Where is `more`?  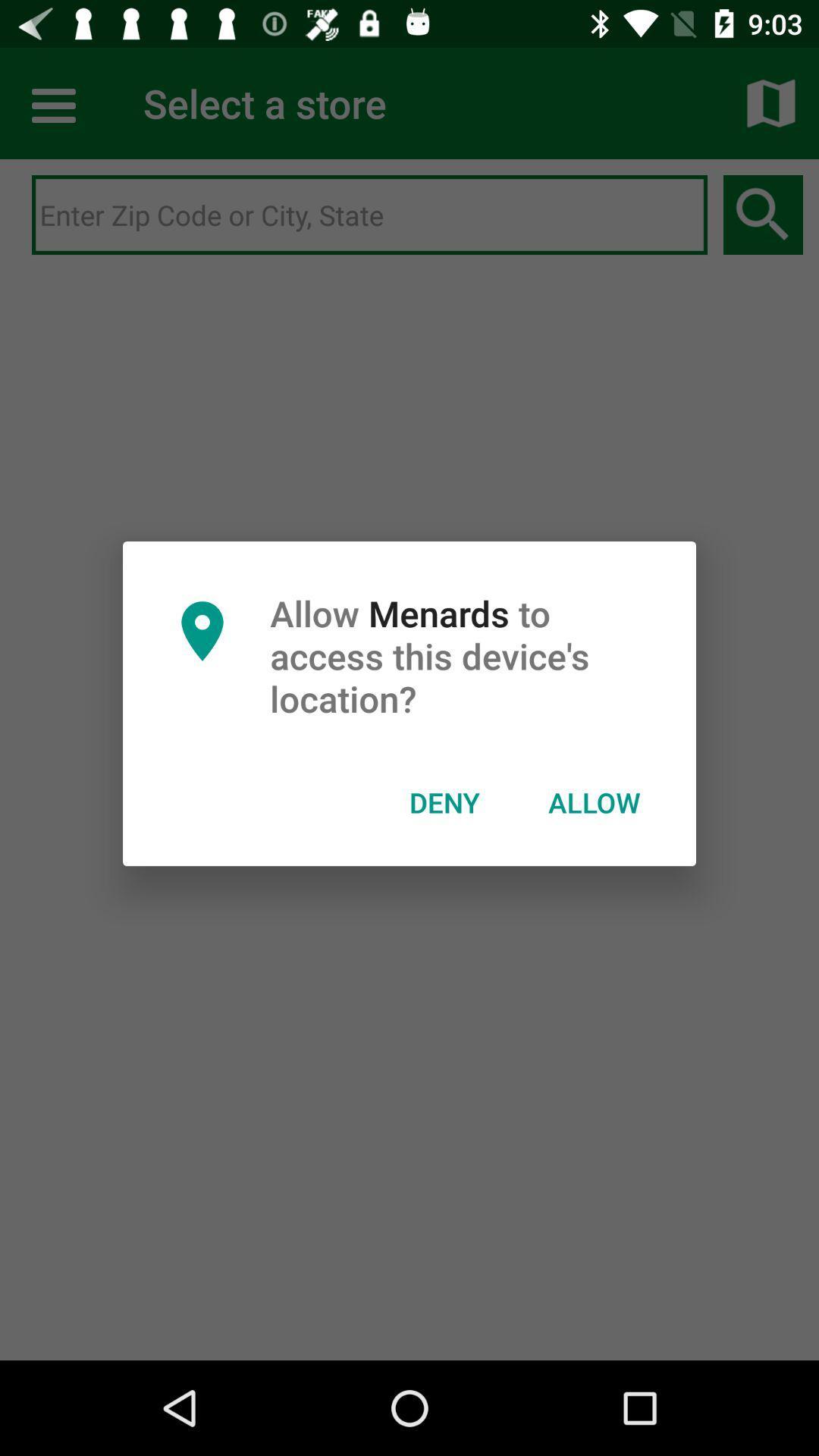
more is located at coordinates (55, 102).